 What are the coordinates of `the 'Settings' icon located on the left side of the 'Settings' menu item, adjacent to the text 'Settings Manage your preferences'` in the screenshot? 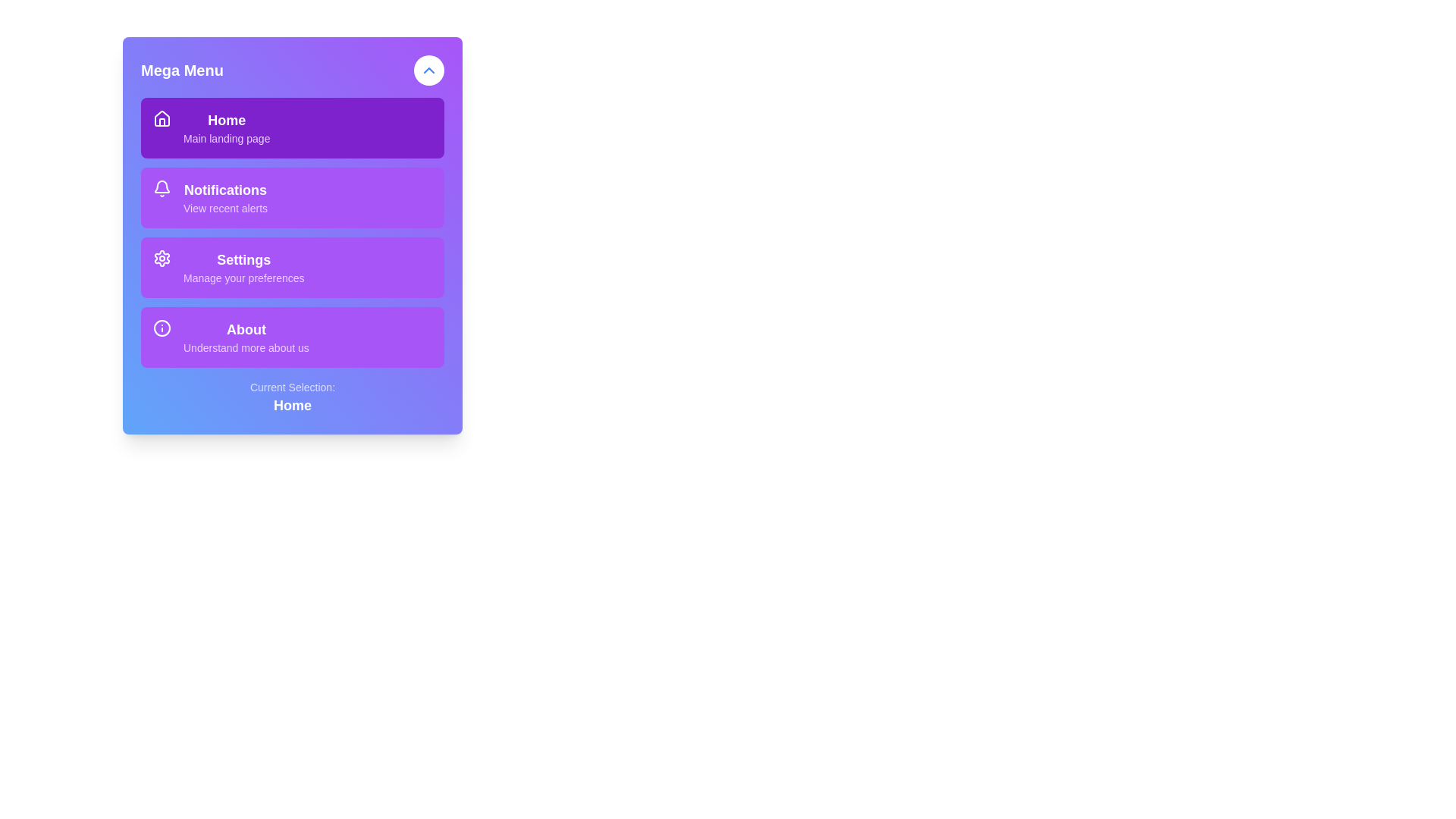 It's located at (162, 257).